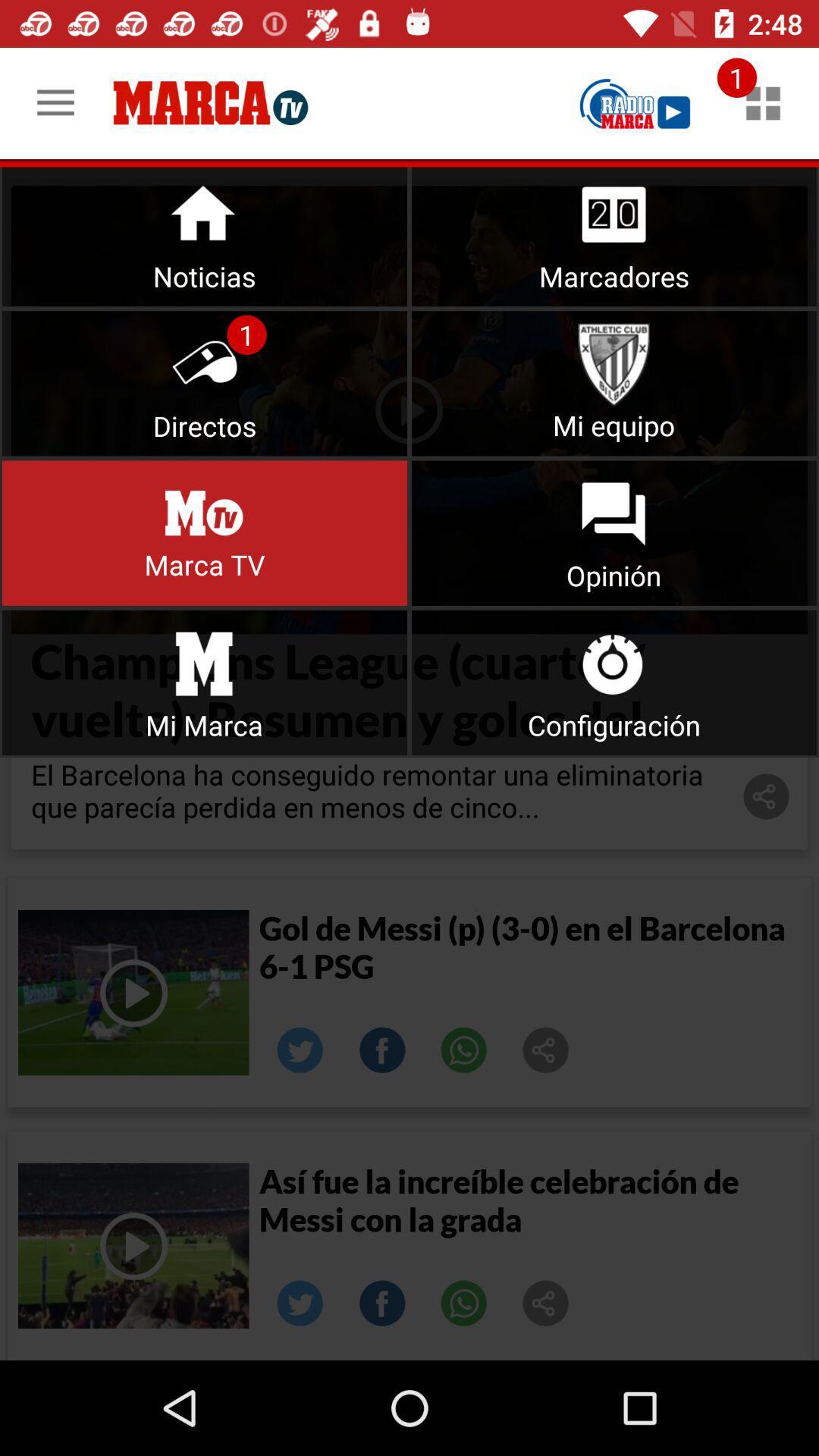 Image resolution: width=819 pixels, height=1456 pixels. What do you see at coordinates (381, 1050) in the screenshot?
I see `share the video facebook` at bounding box center [381, 1050].